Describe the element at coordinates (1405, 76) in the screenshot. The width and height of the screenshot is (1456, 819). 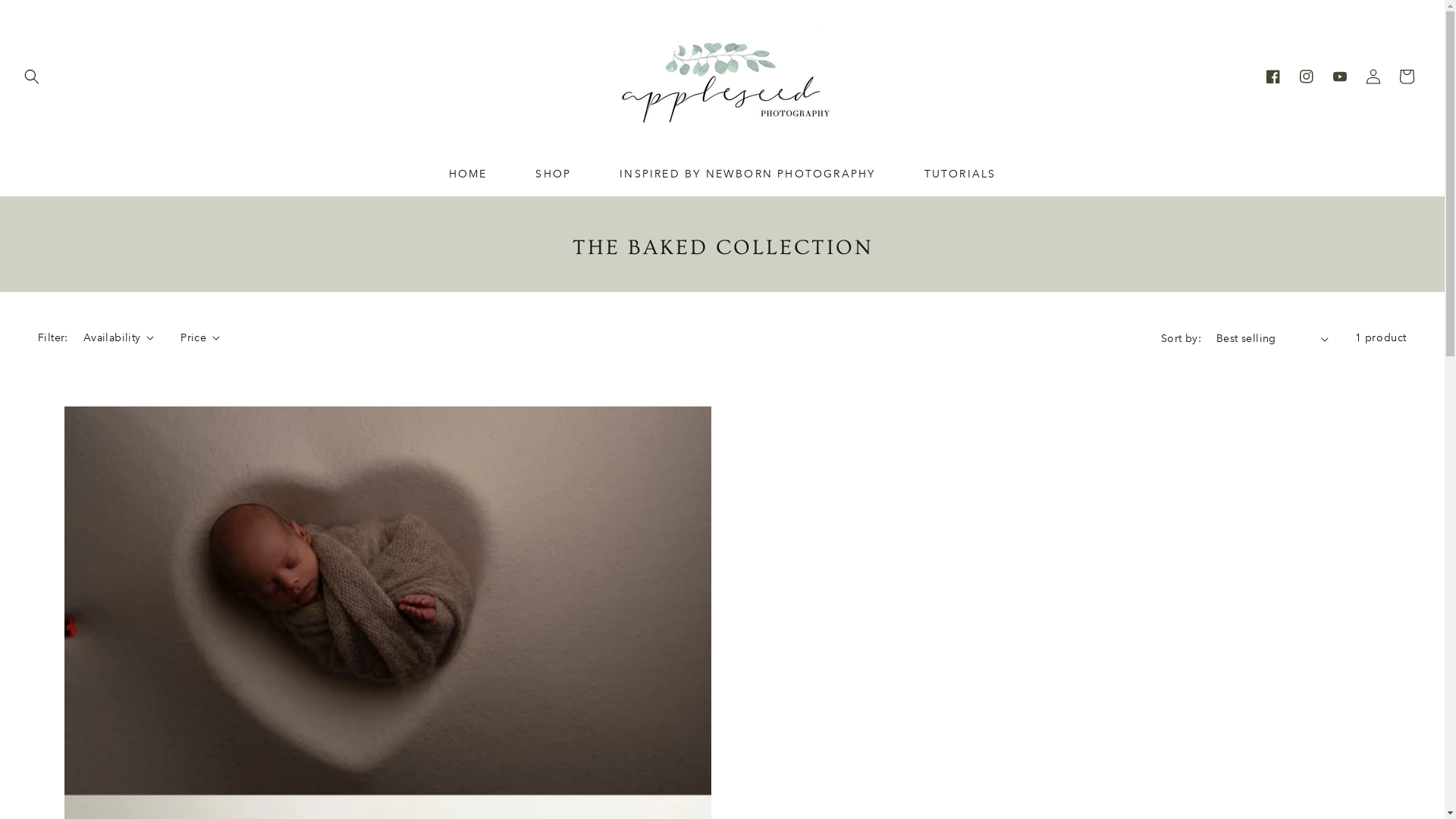
I see `'Cart'` at that location.